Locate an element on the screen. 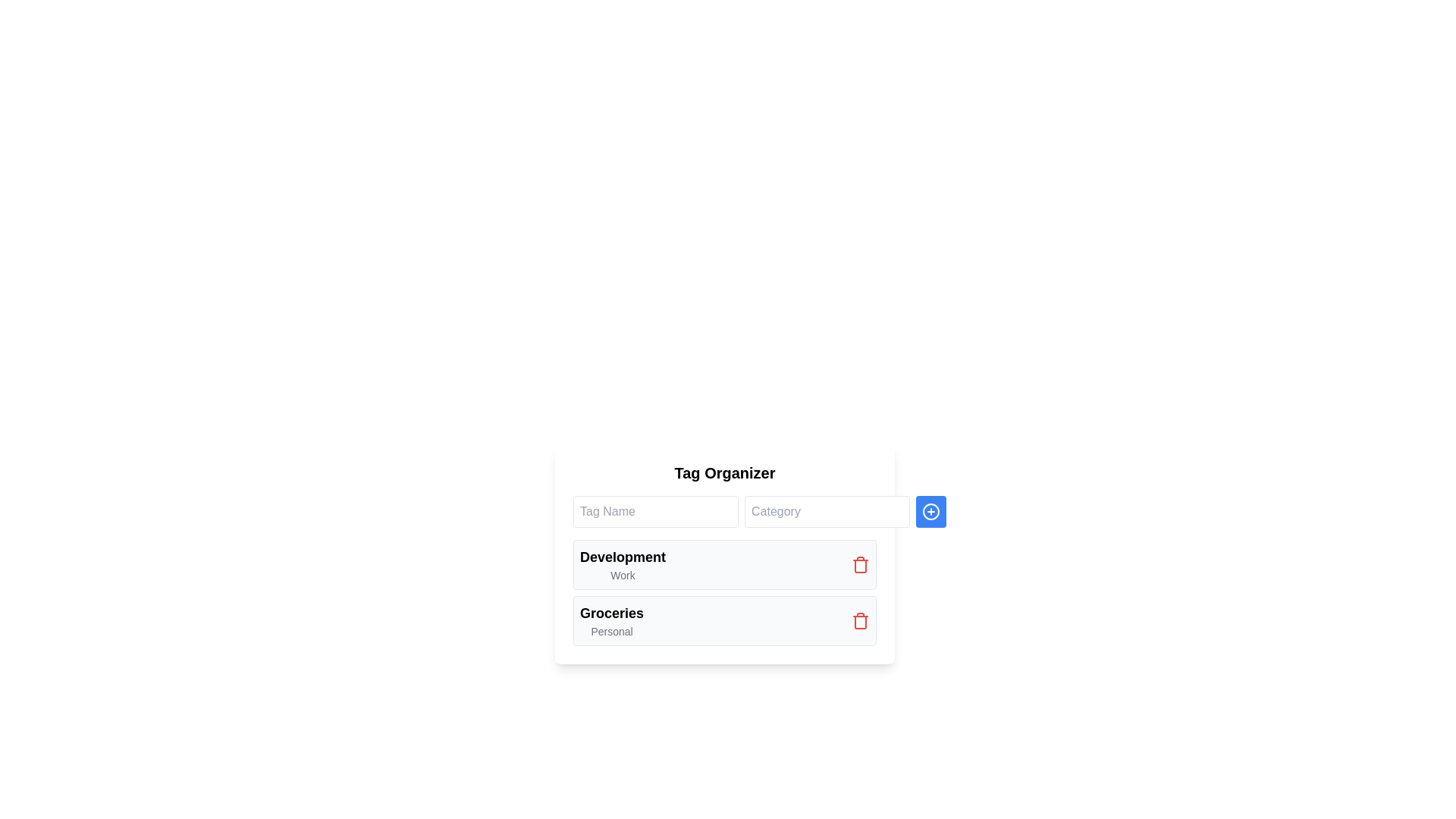  the delete button located at the far-right side of the 'Groceries' row in the 'Tag Organizer' section to initiate the deletion of the 'Groceries' entry is located at coordinates (860, 620).